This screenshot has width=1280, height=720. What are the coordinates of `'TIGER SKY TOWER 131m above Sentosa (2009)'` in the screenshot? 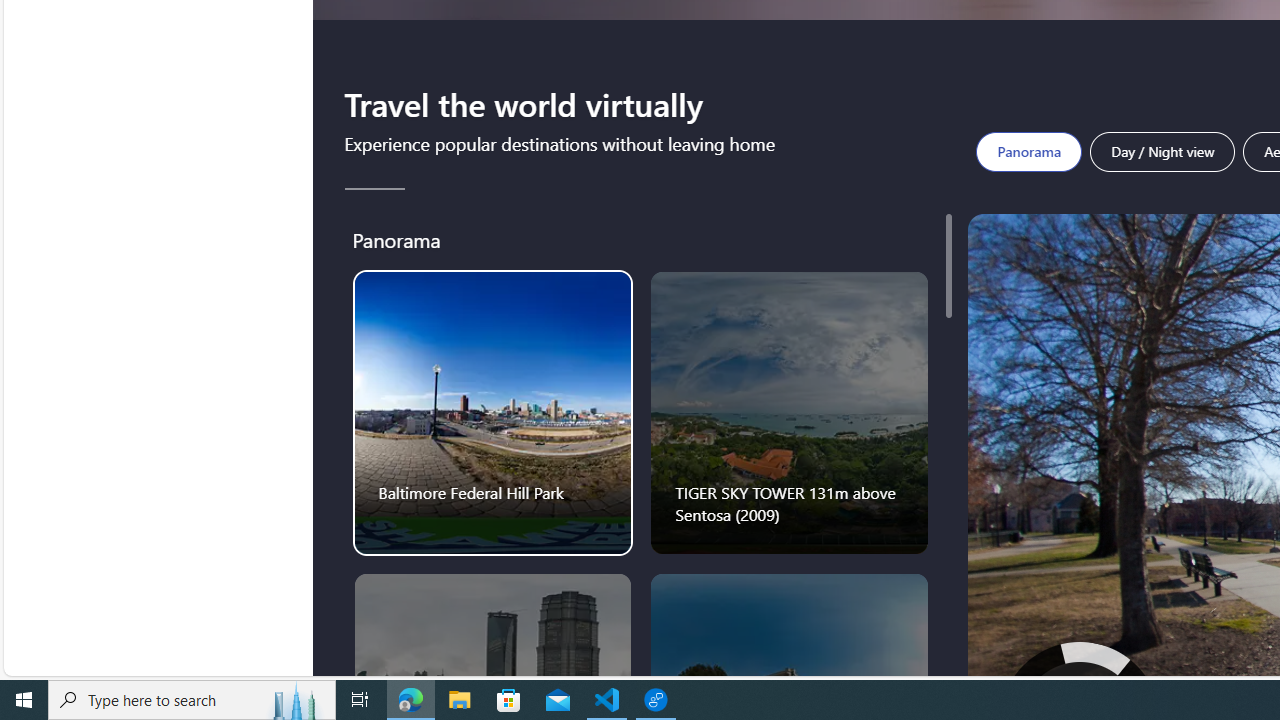 It's located at (789, 411).